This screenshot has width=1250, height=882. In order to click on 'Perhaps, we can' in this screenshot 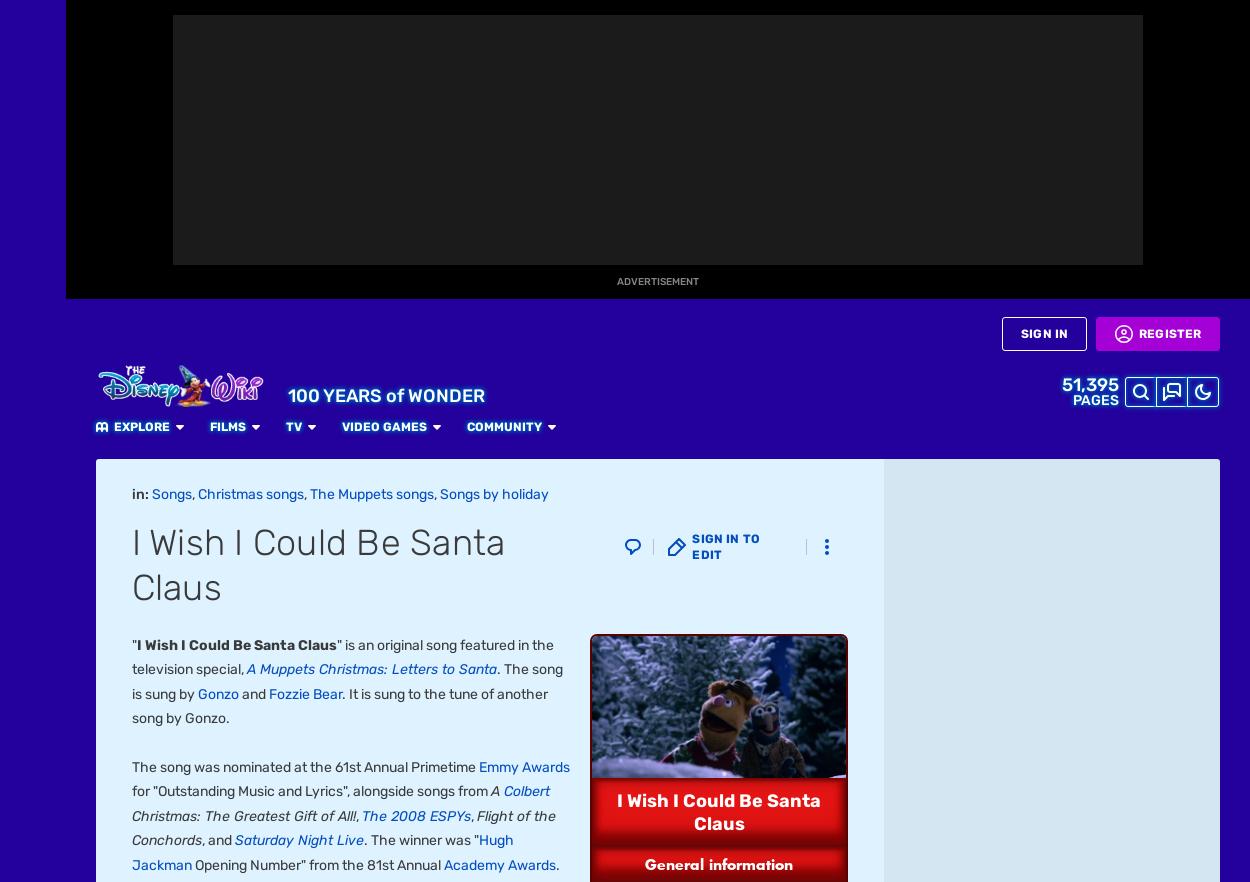, I will do `click(131, 274)`.